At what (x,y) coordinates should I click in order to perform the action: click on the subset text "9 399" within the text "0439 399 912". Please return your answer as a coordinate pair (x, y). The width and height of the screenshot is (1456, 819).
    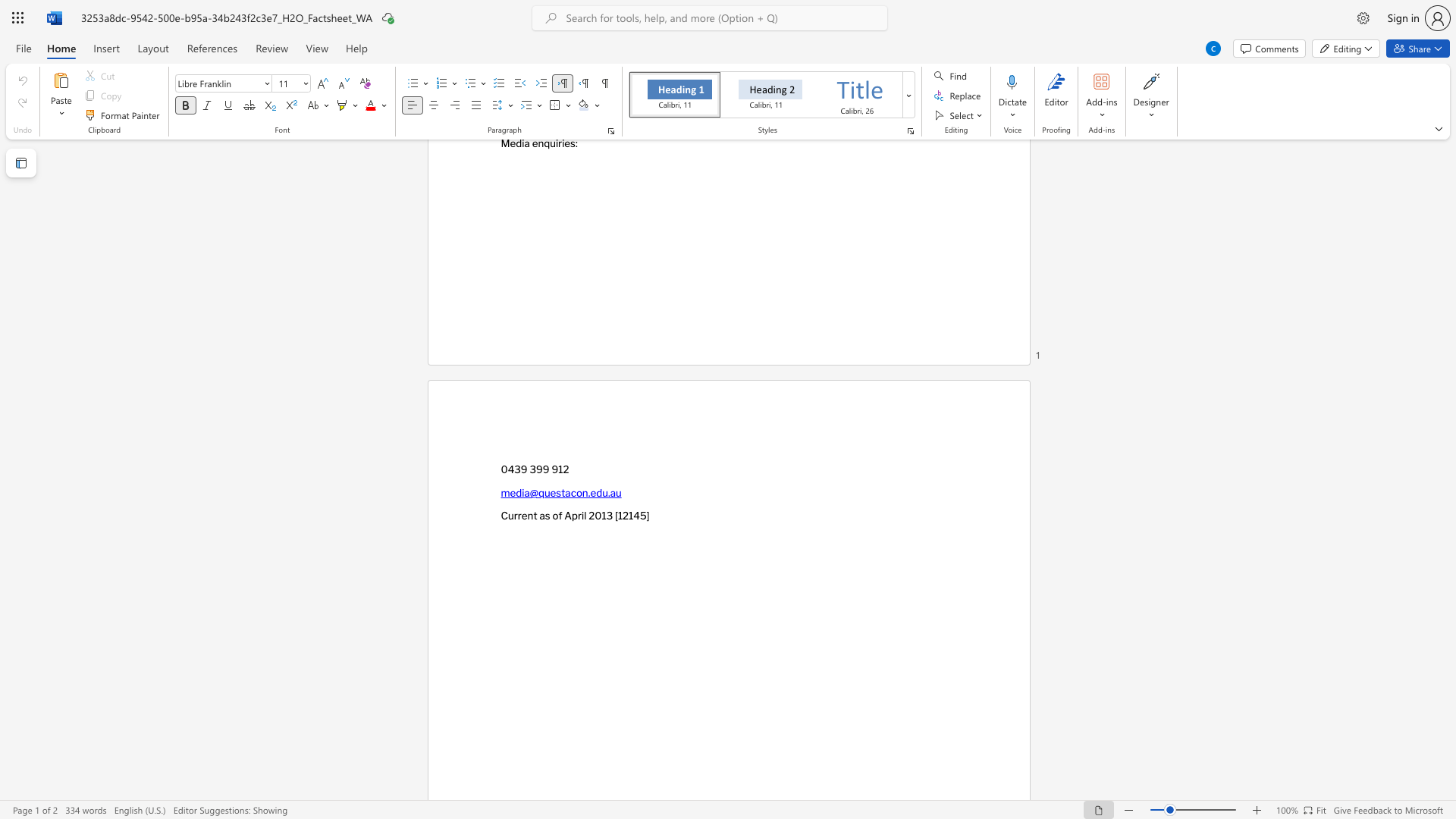
    Looking at the image, I should click on (520, 469).